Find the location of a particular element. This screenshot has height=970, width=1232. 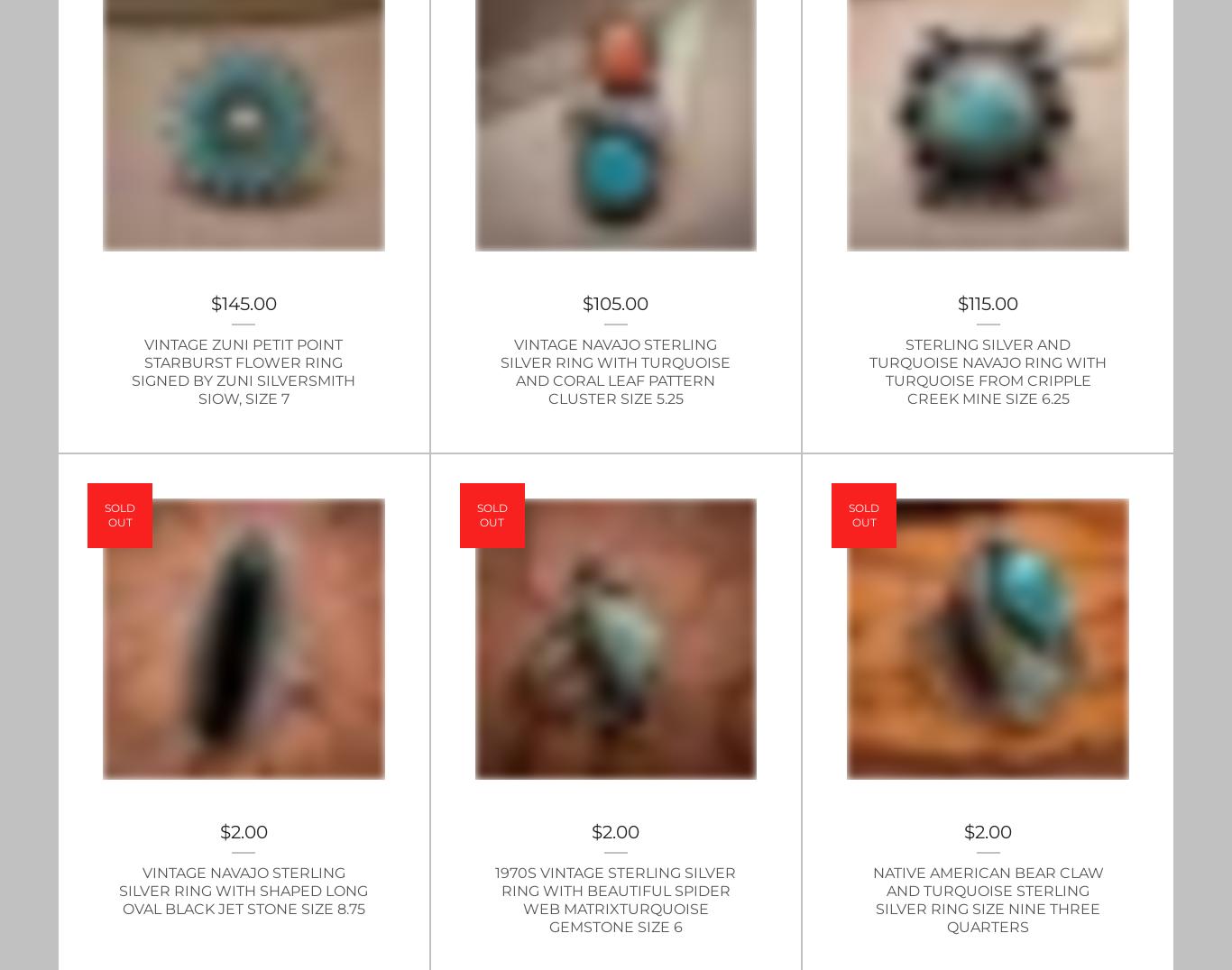

'Vintage Zuni Petit Point  Starburst Flower Ring signed by Zuni Silversmith Siow, size 7' is located at coordinates (244, 371).